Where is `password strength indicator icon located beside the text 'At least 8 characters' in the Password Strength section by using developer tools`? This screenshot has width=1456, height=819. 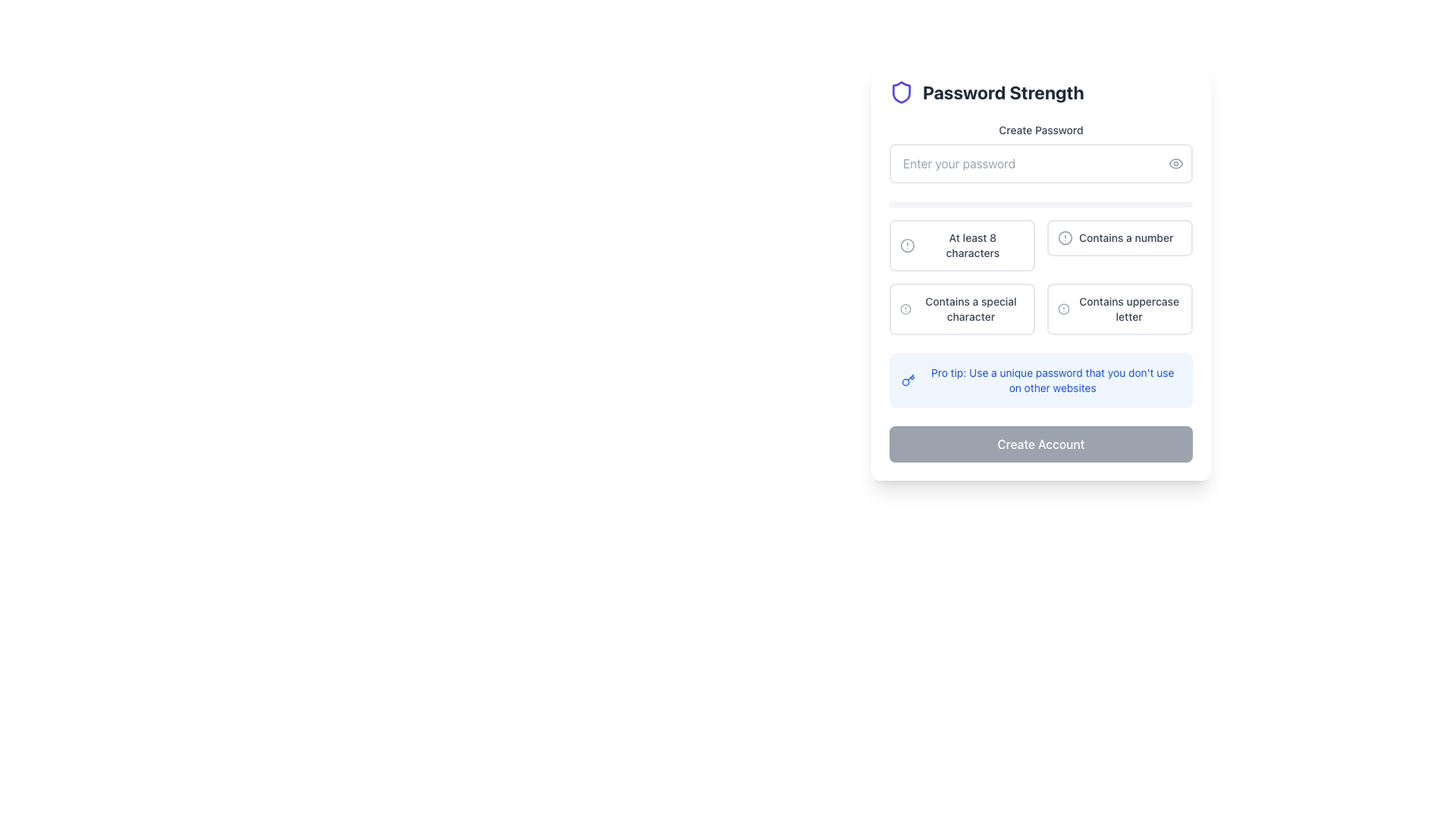
password strength indicator icon located beside the text 'At least 8 characters' in the Password Strength section by using developer tools is located at coordinates (907, 245).